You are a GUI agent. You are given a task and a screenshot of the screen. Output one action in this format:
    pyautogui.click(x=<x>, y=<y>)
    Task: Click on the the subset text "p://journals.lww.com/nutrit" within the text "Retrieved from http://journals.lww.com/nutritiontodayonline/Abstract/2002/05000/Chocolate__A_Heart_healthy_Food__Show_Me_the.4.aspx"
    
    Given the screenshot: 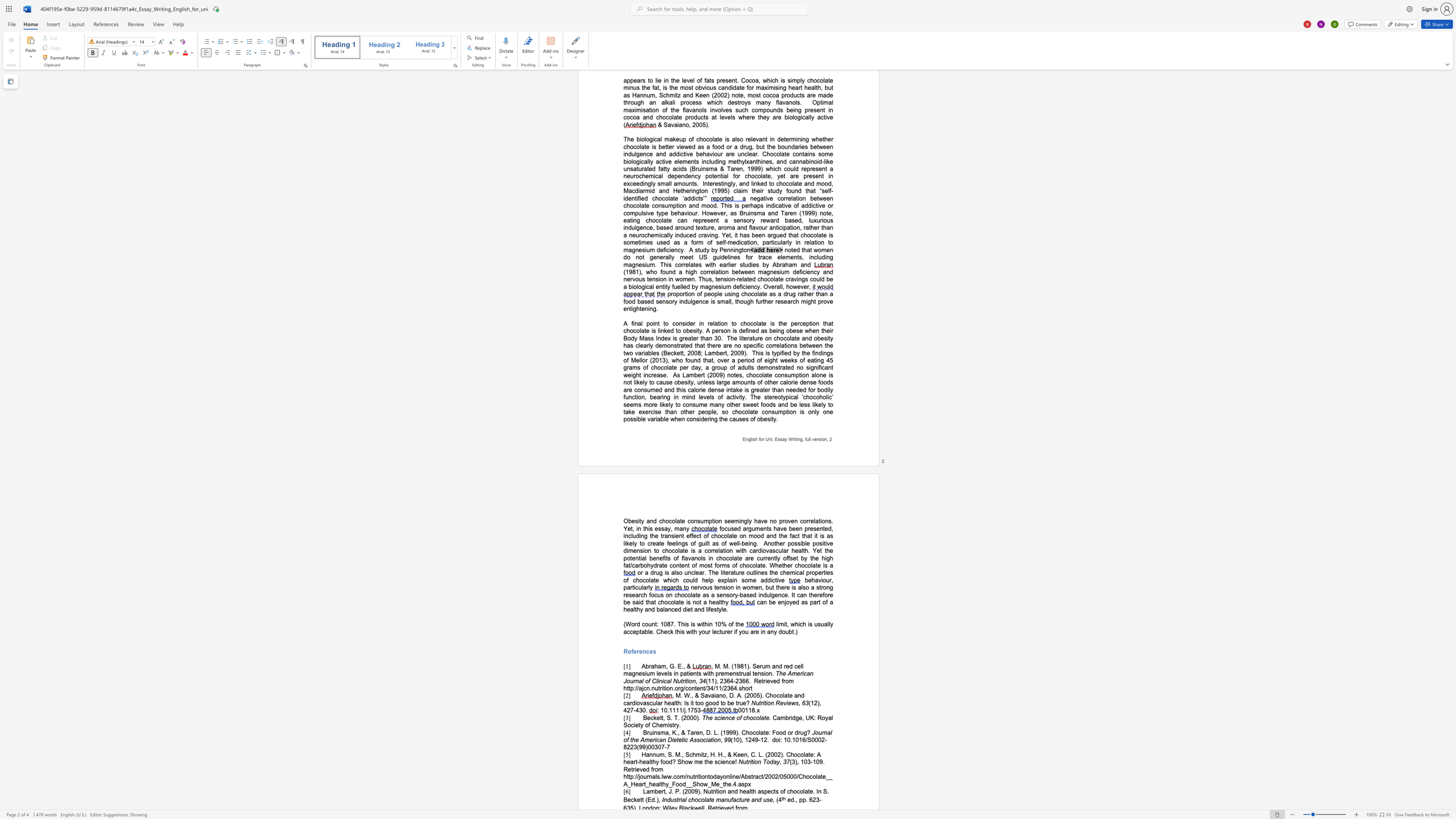 What is the action you would take?
    pyautogui.click(x=630, y=776)
    